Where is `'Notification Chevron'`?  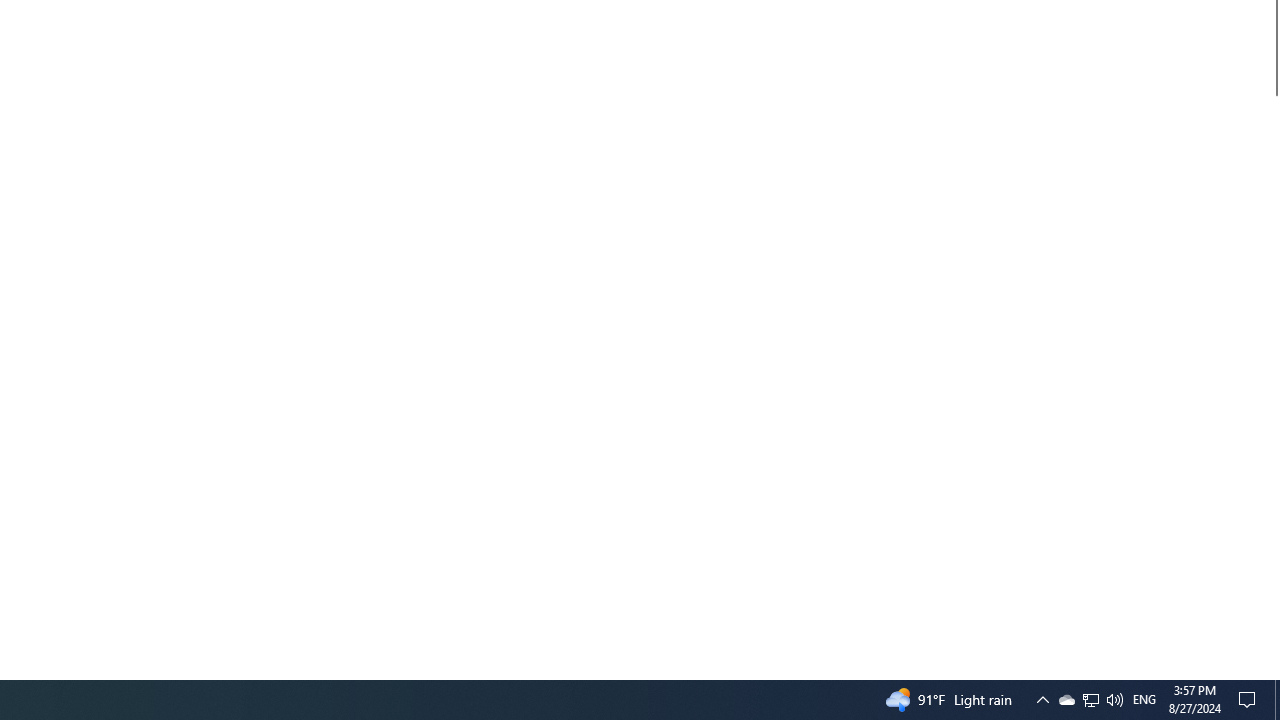 'Notification Chevron' is located at coordinates (1065, 698).